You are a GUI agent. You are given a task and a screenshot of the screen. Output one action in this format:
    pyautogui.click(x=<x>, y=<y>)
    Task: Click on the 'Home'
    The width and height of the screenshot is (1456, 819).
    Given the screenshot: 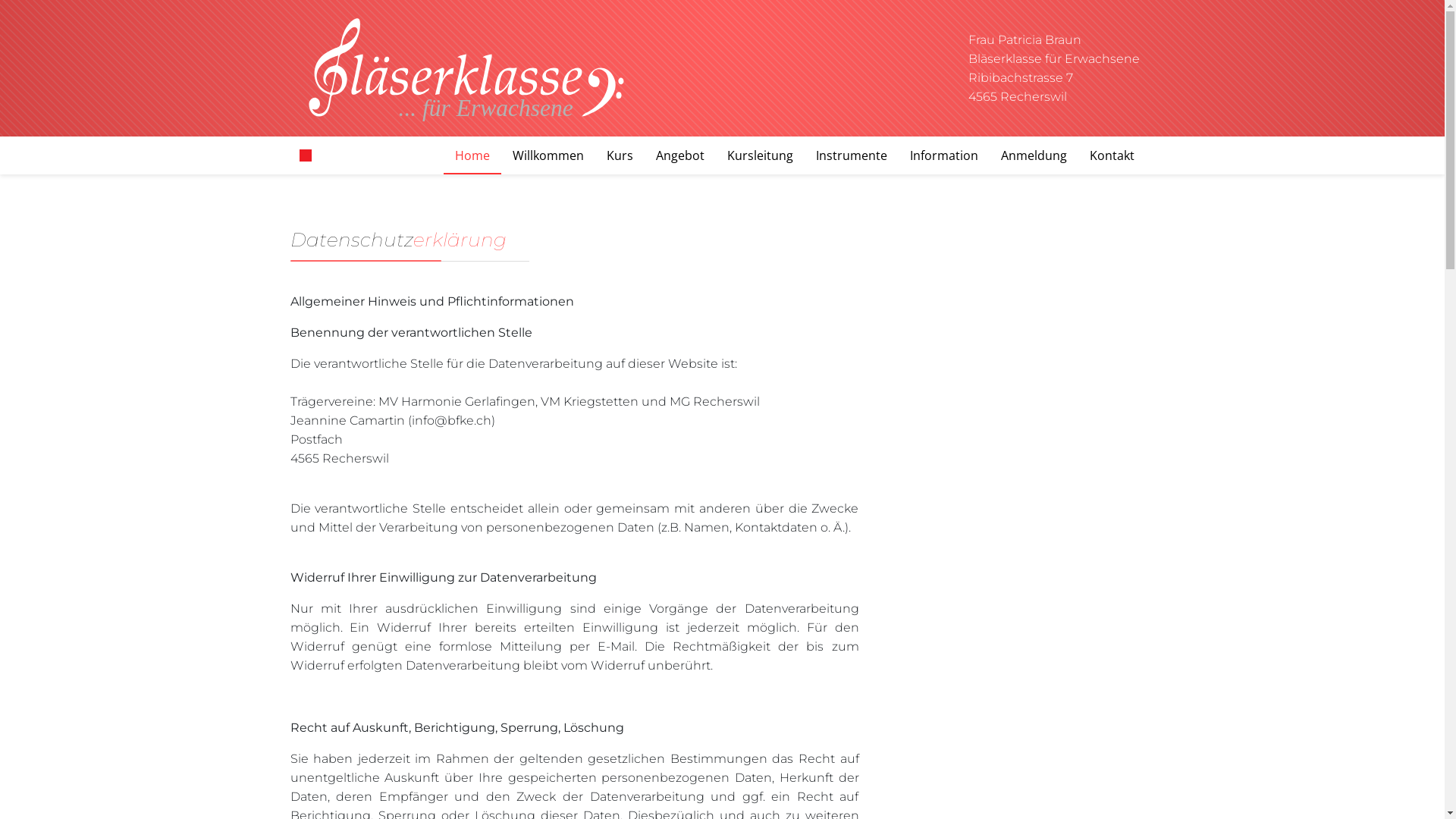 What is the action you would take?
    pyautogui.click(x=471, y=155)
    